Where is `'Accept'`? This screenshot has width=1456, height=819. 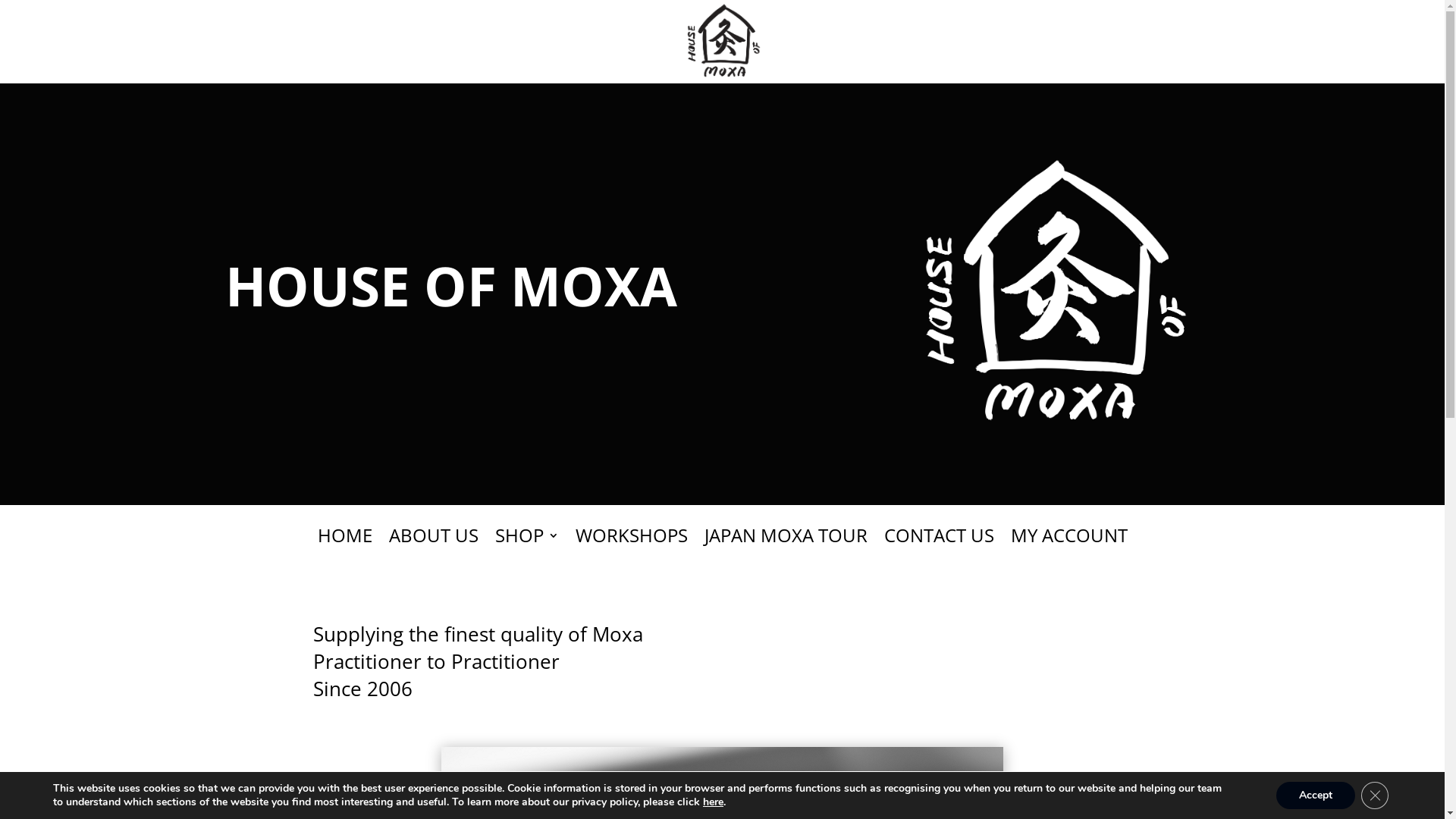 'Accept' is located at coordinates (1314, 795).